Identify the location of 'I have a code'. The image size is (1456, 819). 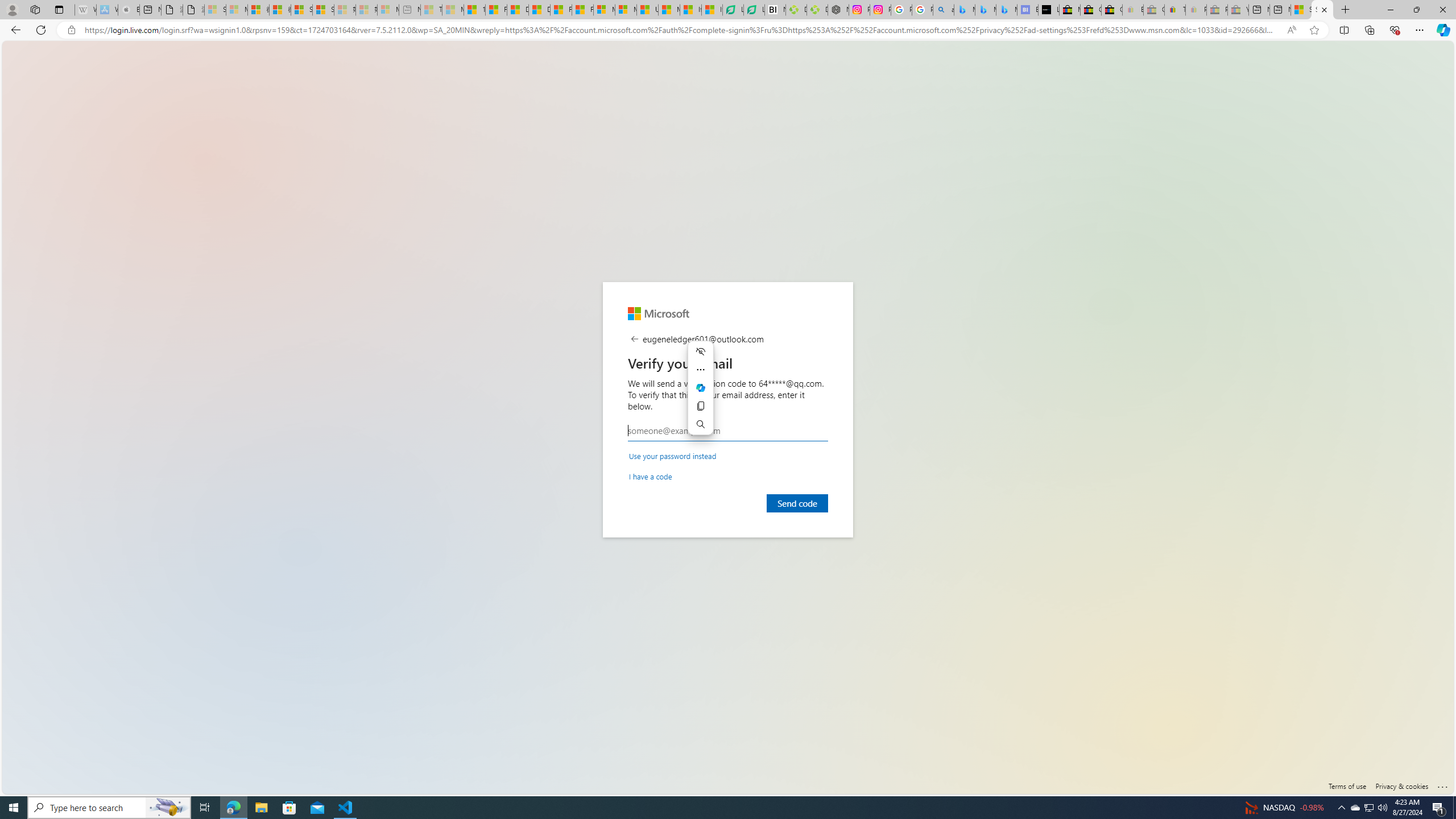
(651, 475).